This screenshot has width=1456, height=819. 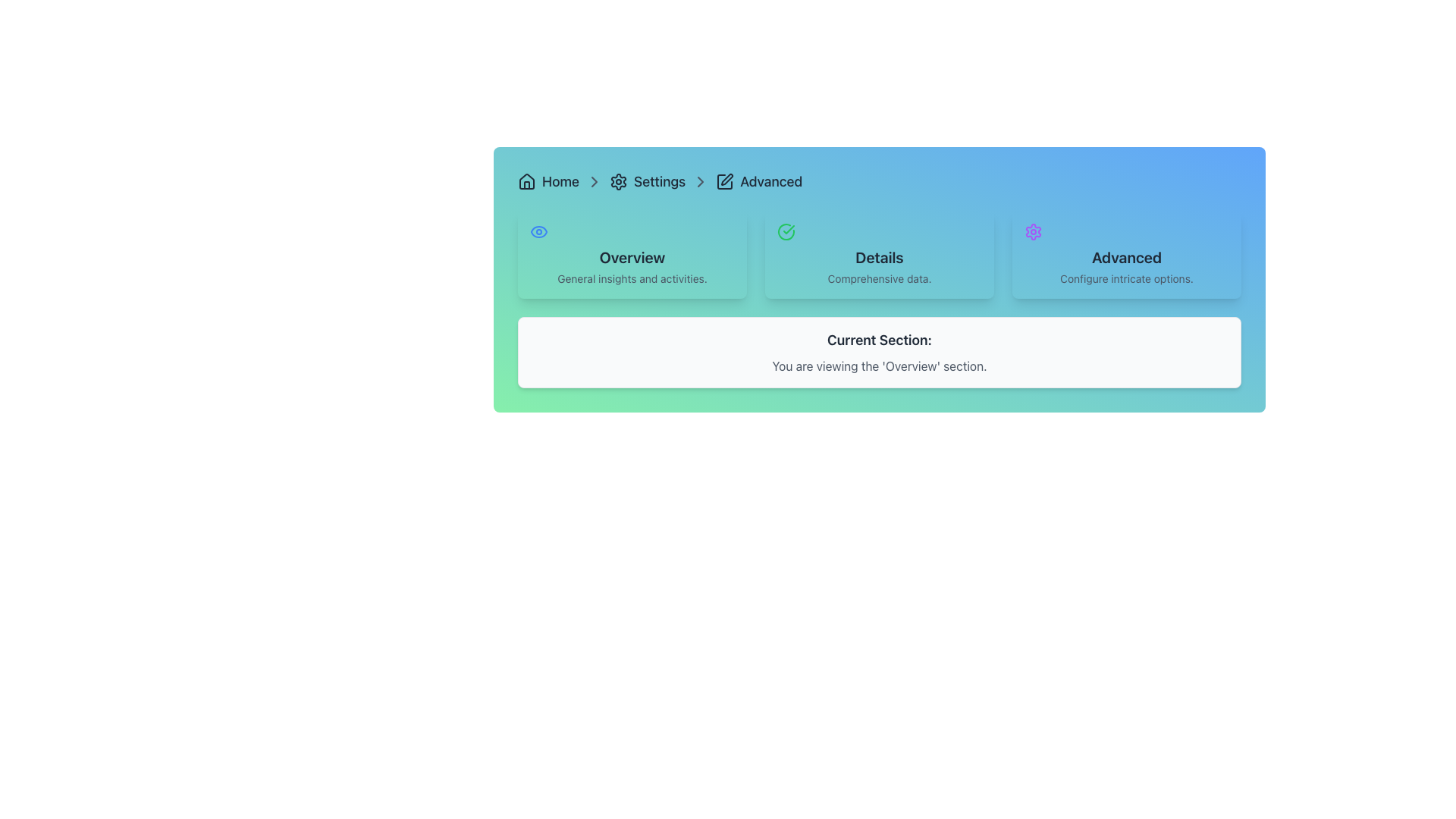 What do you see at coordinates (771, 180) in the screenshot?
I see `the 'Advanced' hyperlink in the breadcrumb navigation menu` at bounding box center [771, 180].